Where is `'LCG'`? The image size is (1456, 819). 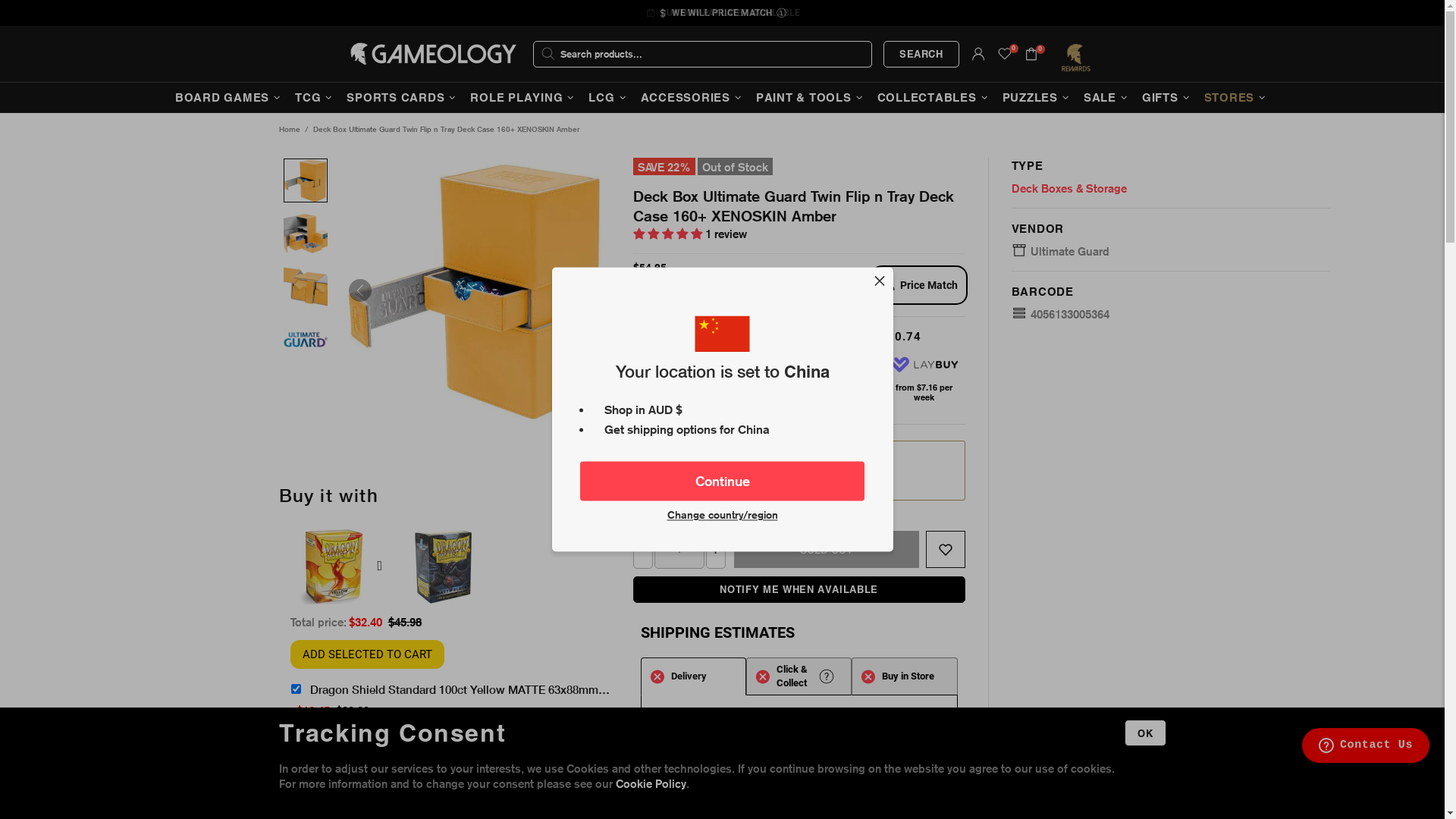 'LCG' is located at coordinates (608, 97).